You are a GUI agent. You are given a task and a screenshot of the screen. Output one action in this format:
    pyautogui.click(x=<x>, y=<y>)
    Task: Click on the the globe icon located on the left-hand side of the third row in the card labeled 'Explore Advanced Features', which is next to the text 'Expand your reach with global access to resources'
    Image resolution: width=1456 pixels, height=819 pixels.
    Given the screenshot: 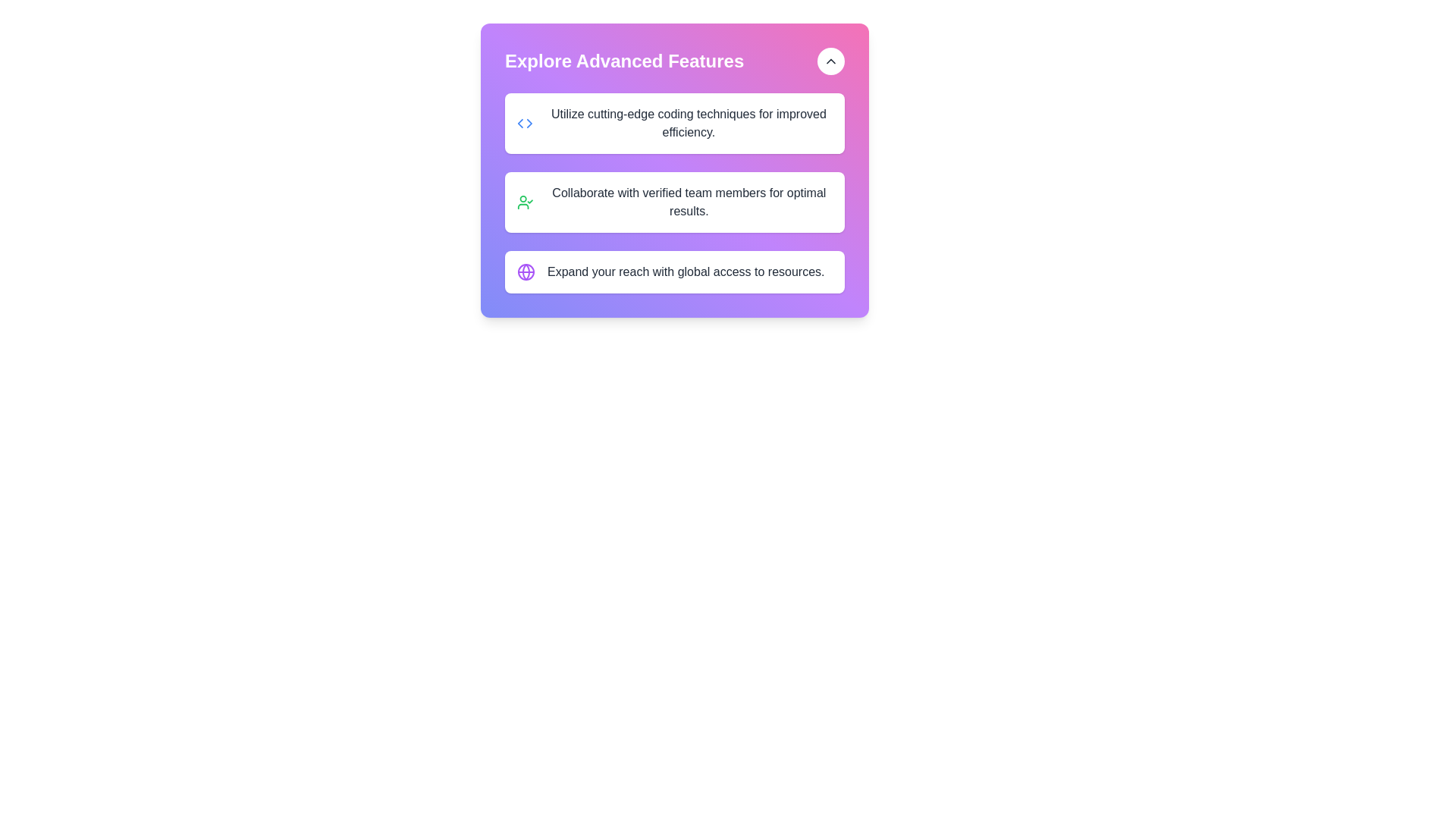 What is the action you would take?
    pyautogui.click(x=526, y=271)
    